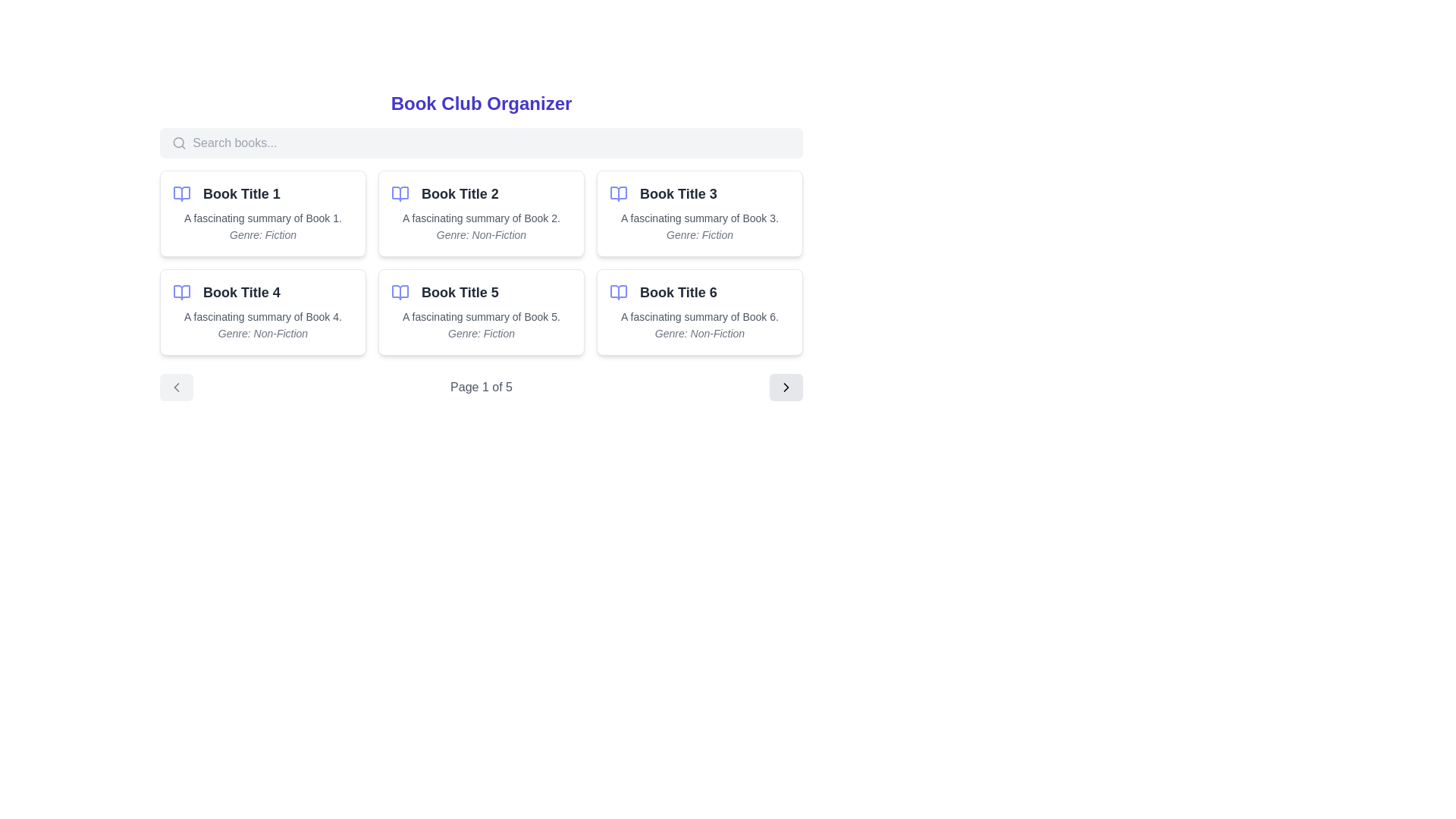 The height and width of the screenshot is (819, 1456). I want to click on the text label displaying the title 'Book Title 2' located in the second column of the top row in a two-row grid, so click(459, 193).